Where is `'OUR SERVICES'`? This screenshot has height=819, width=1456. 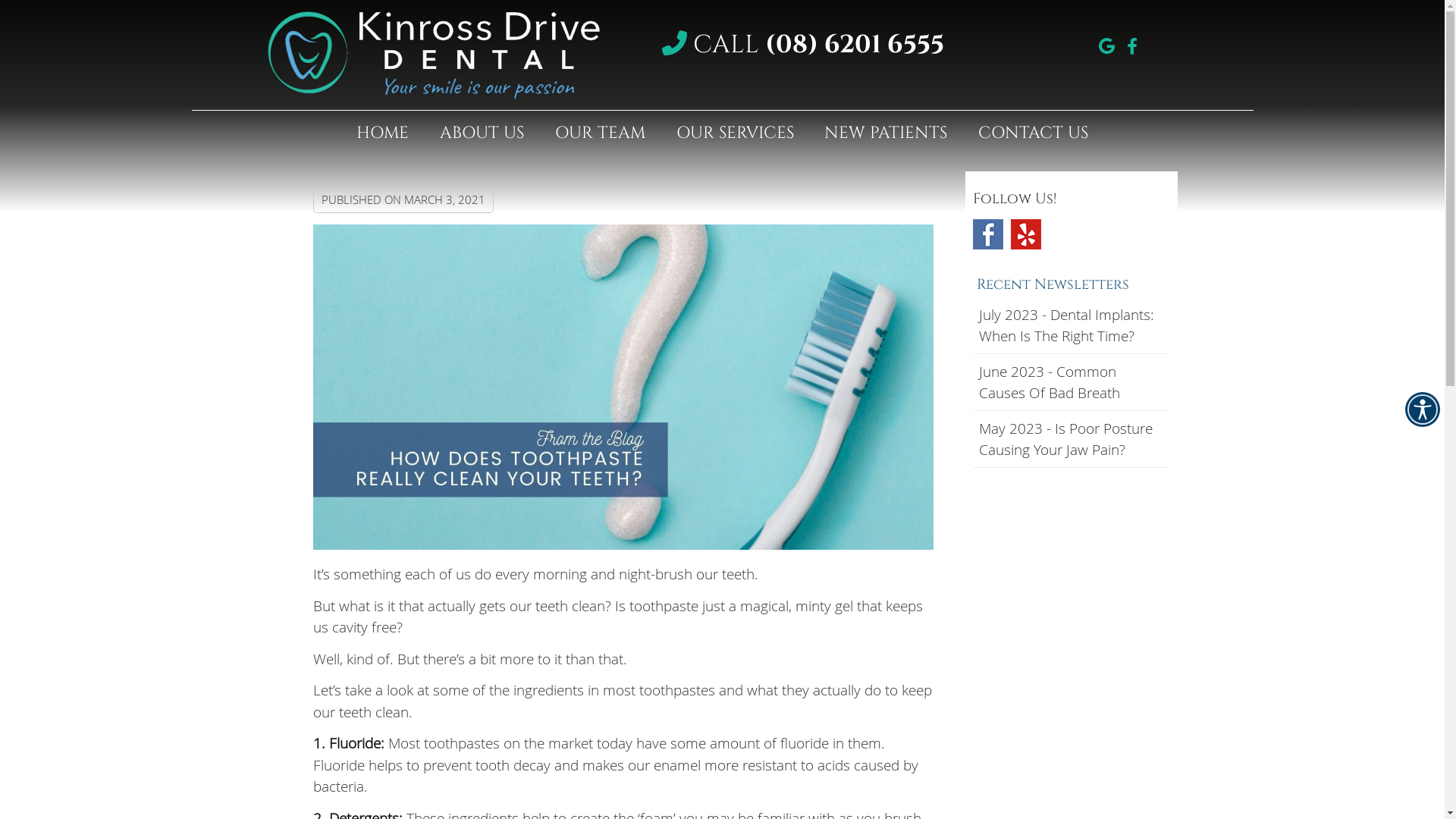 'OUR SERVICES' is located at coordinates (735, 133).